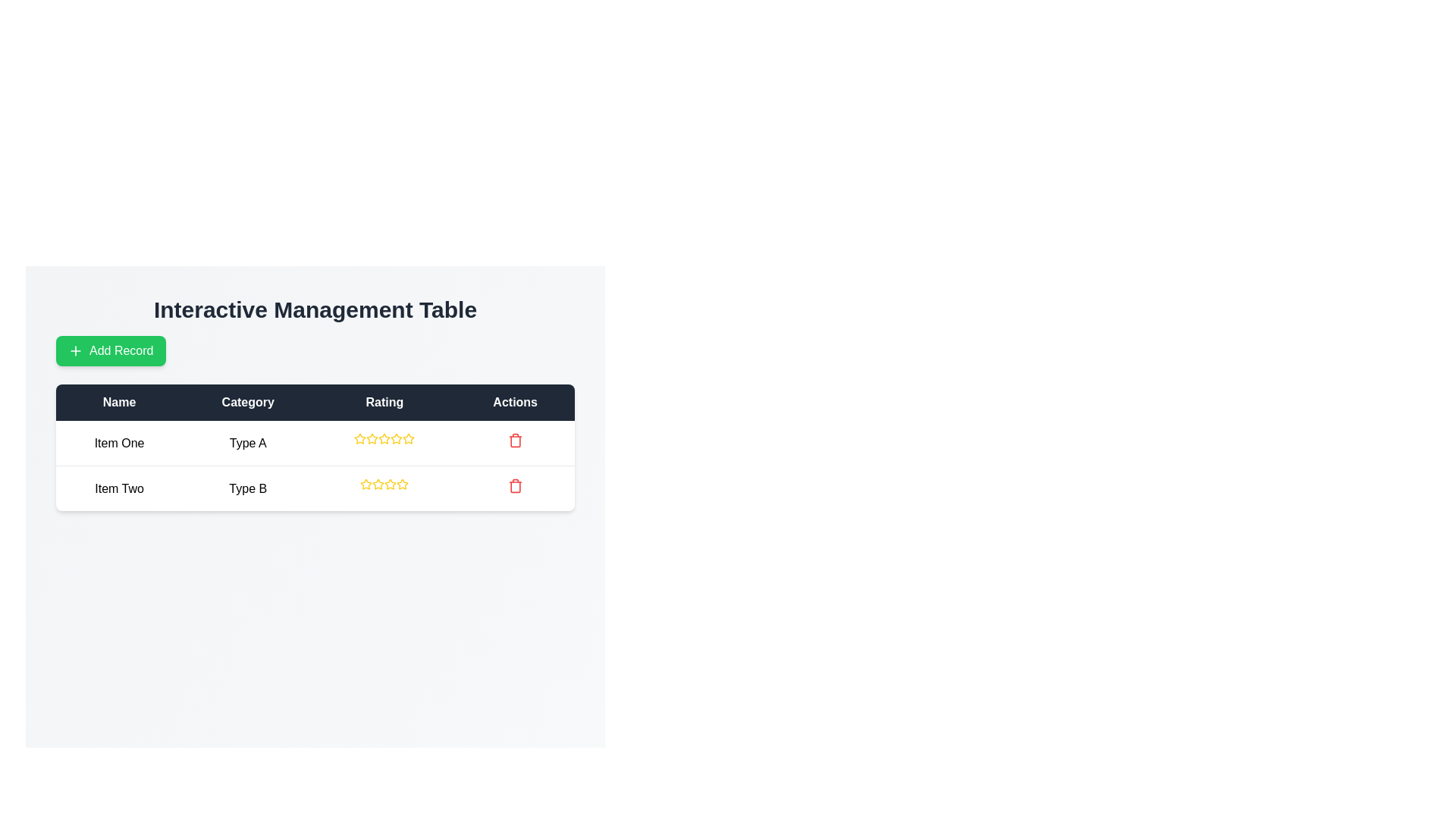  I want to click on the third rating star icon for 'Item One' in the 'Rating' column, so click(384, 438).